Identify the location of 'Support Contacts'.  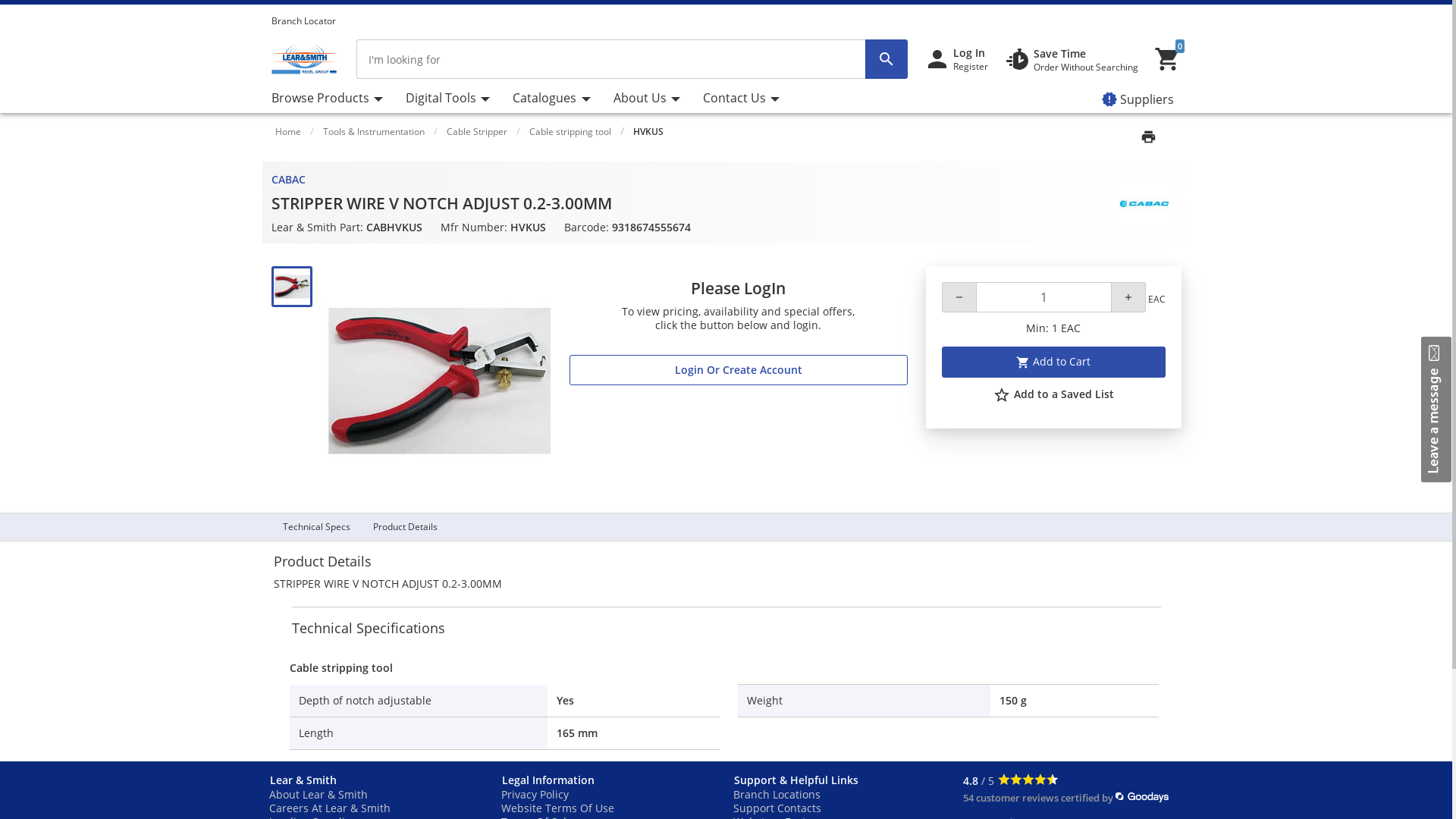
(776, 807).